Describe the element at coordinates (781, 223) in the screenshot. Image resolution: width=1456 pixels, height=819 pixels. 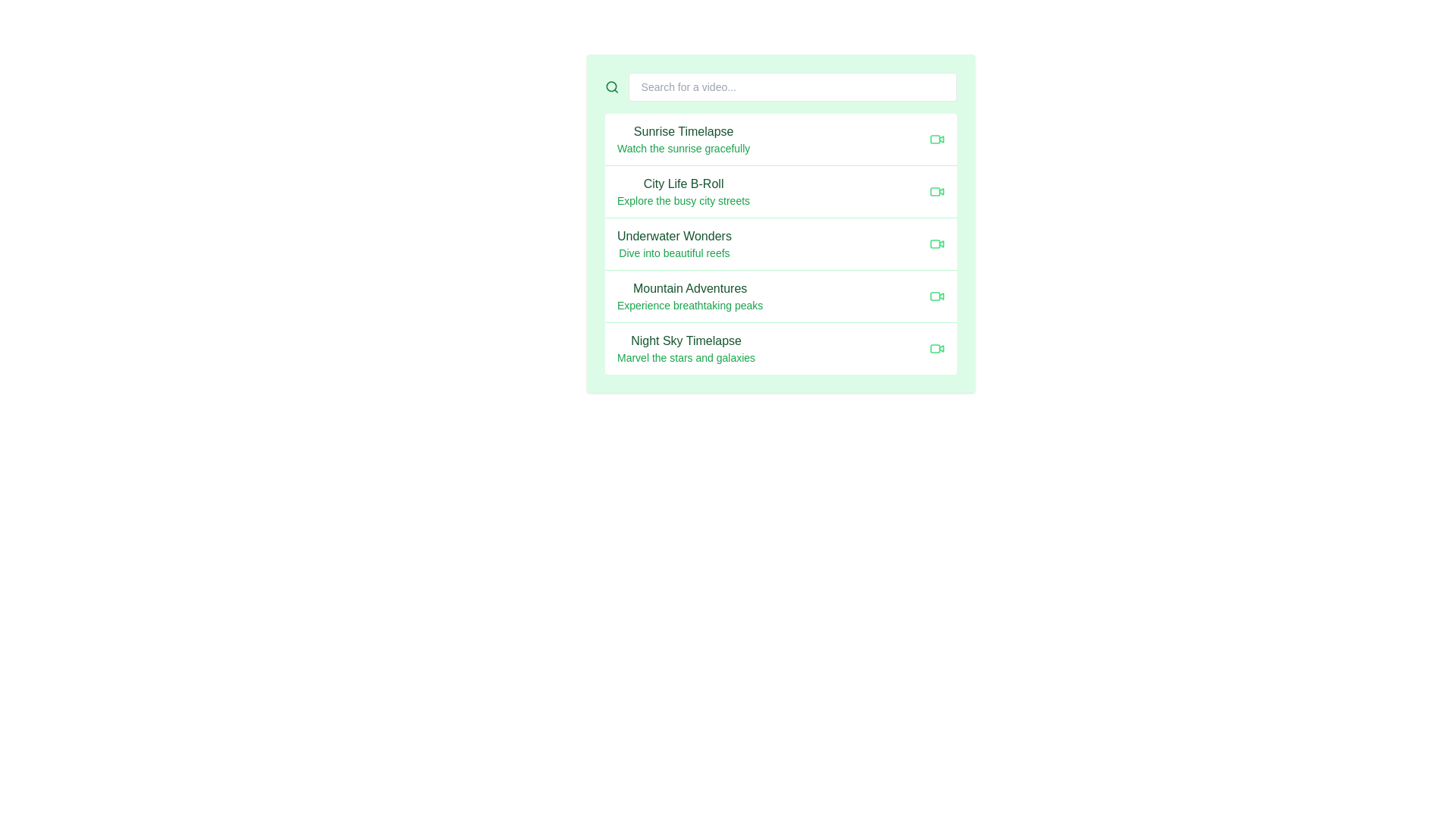
I see `the underwater exploration video card, which is the third item in a vertical list of cards, positioned below 'City Life B-Roll' and above 'Mountain Adventures'` at that location.